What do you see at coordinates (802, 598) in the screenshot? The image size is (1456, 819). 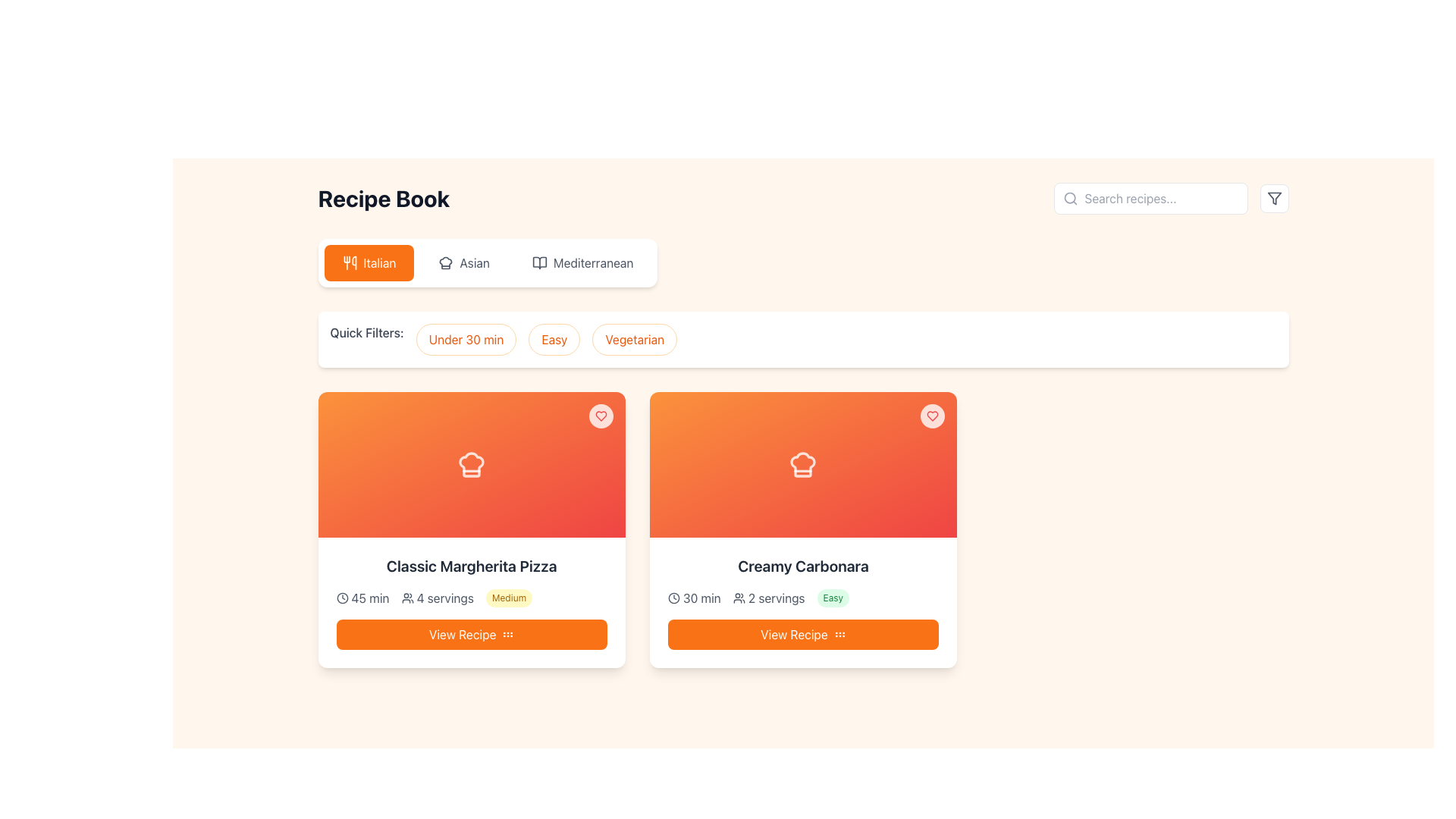 I see `the hidden interactions associated with the Label group displaying recipe properties for 'Creamy Carbonara', located below the recipe title and above the 'View Recipe' button` at bounding box center [802, 598].